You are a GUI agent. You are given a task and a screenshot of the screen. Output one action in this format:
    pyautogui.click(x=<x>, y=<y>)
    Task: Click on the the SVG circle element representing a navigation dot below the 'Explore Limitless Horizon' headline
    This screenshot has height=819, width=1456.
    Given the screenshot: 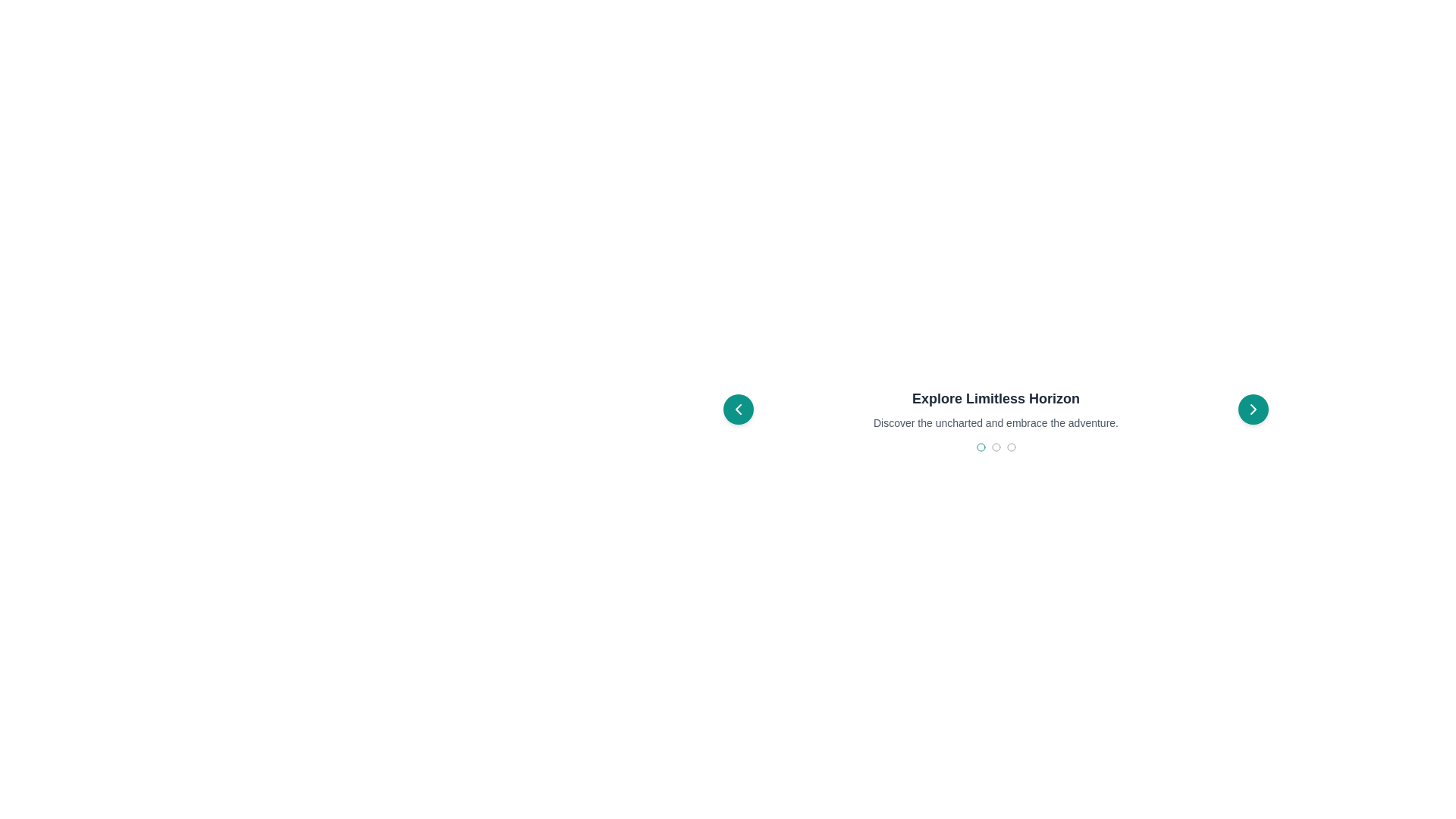 What is the action you would take?
    pyautogui.click(x=996, y=447)
    